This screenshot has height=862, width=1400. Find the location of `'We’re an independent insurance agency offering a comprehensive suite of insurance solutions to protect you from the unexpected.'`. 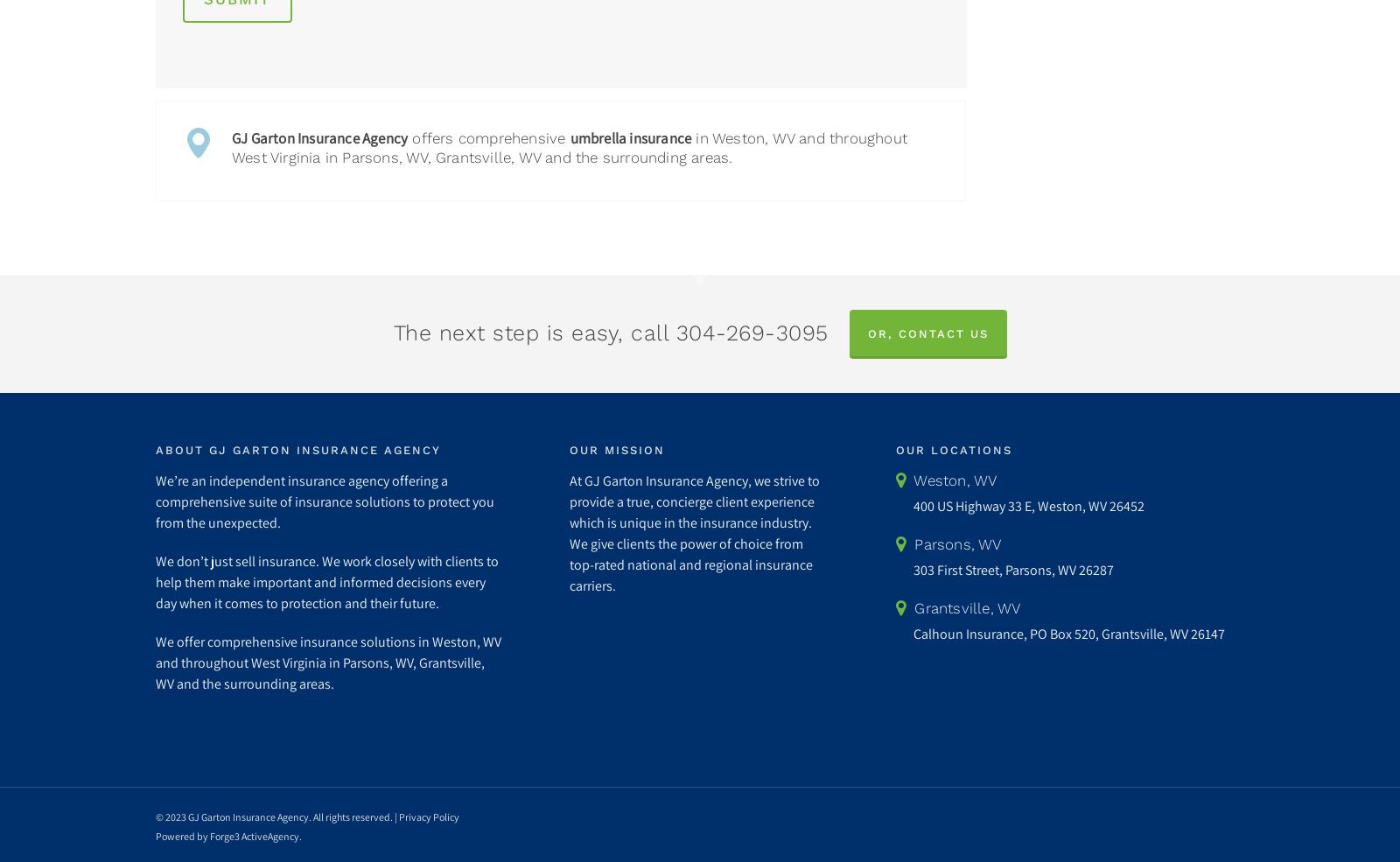

'We’re an independent insurance agency offering a comprehensive suite of insurance solutions to protect you from the unexpected.' is located at coordinates (153, 501).